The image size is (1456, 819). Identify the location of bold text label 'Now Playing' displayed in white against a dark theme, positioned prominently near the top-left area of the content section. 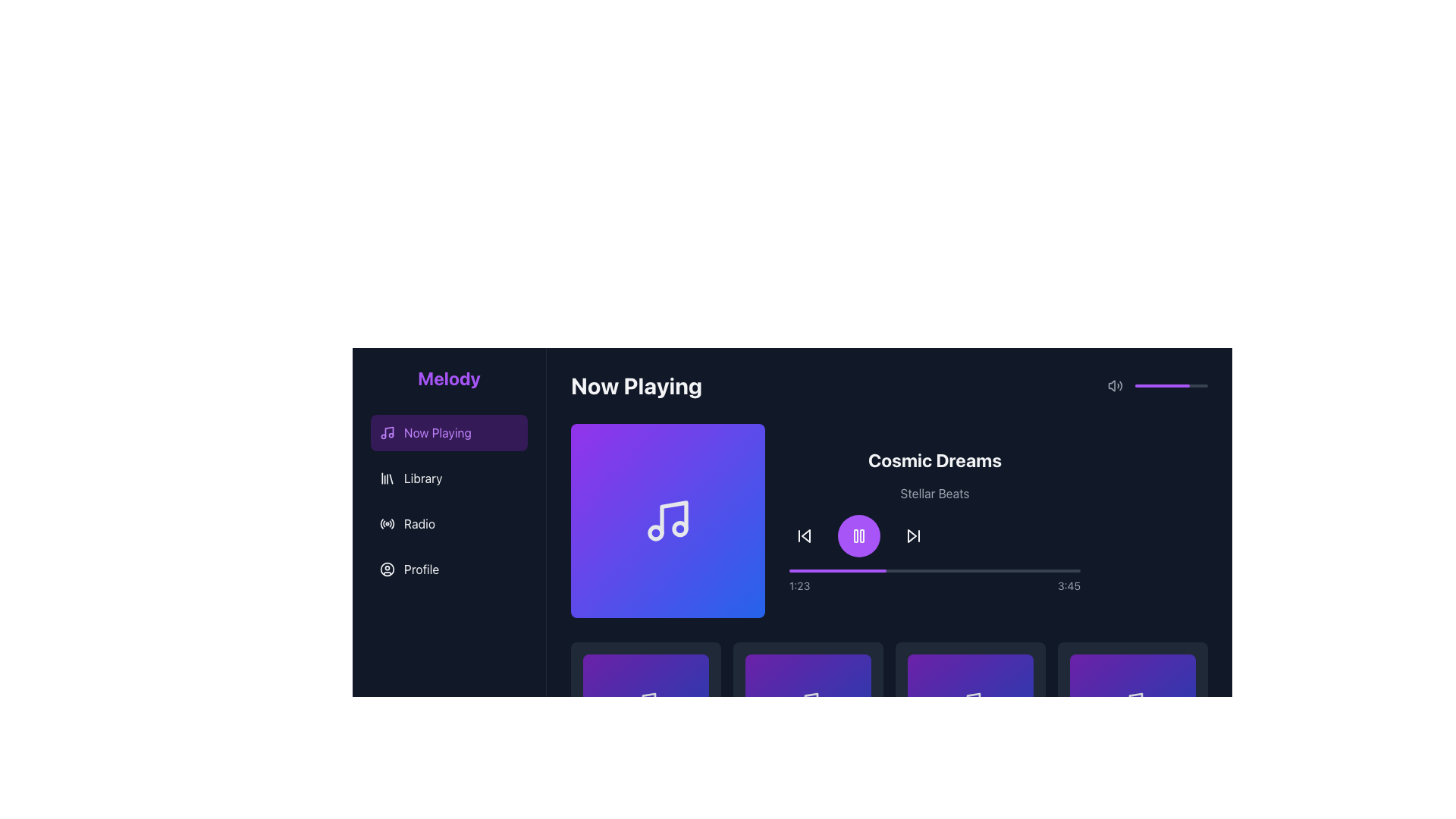
(636, 385).